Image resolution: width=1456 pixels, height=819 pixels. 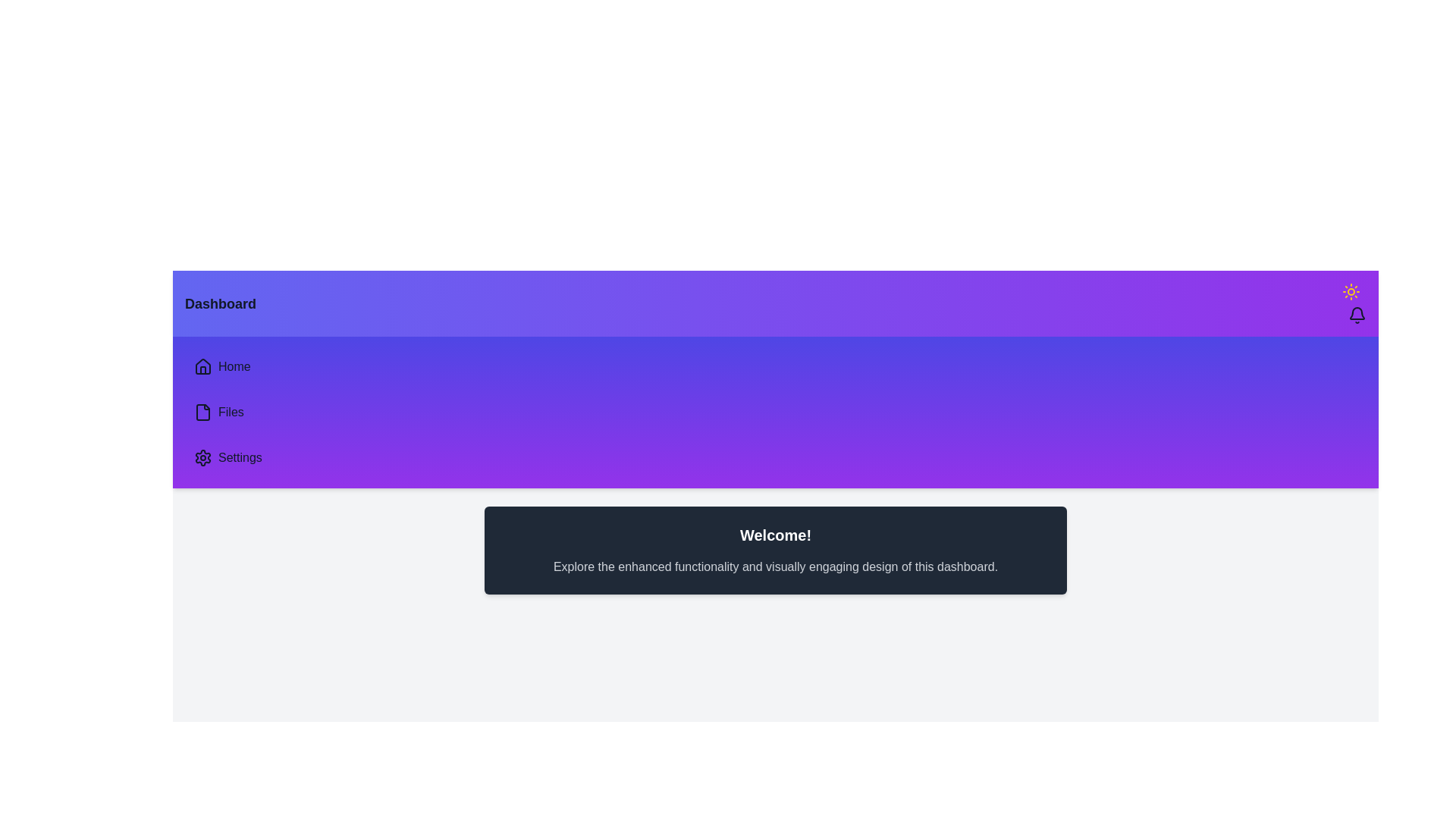 I want to click on the sidebar navigation item Home, so click(x=184, y=366).